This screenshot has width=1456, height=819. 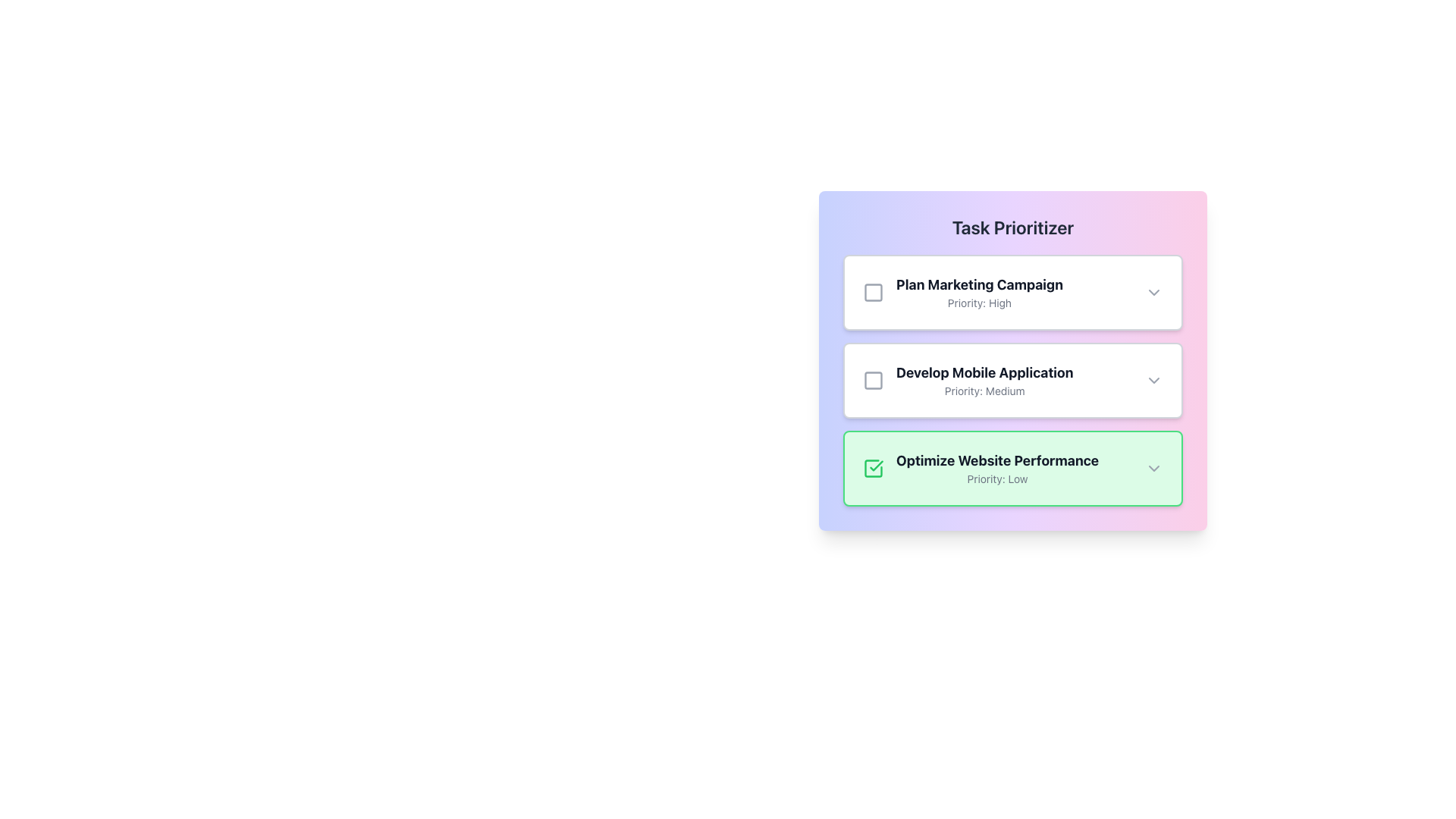 What do you see at coordinates (1004, 292) in the screenshot?
I see `the task item titled 'Plan Marketing Campaign'` at bounding box center [1004, 292].